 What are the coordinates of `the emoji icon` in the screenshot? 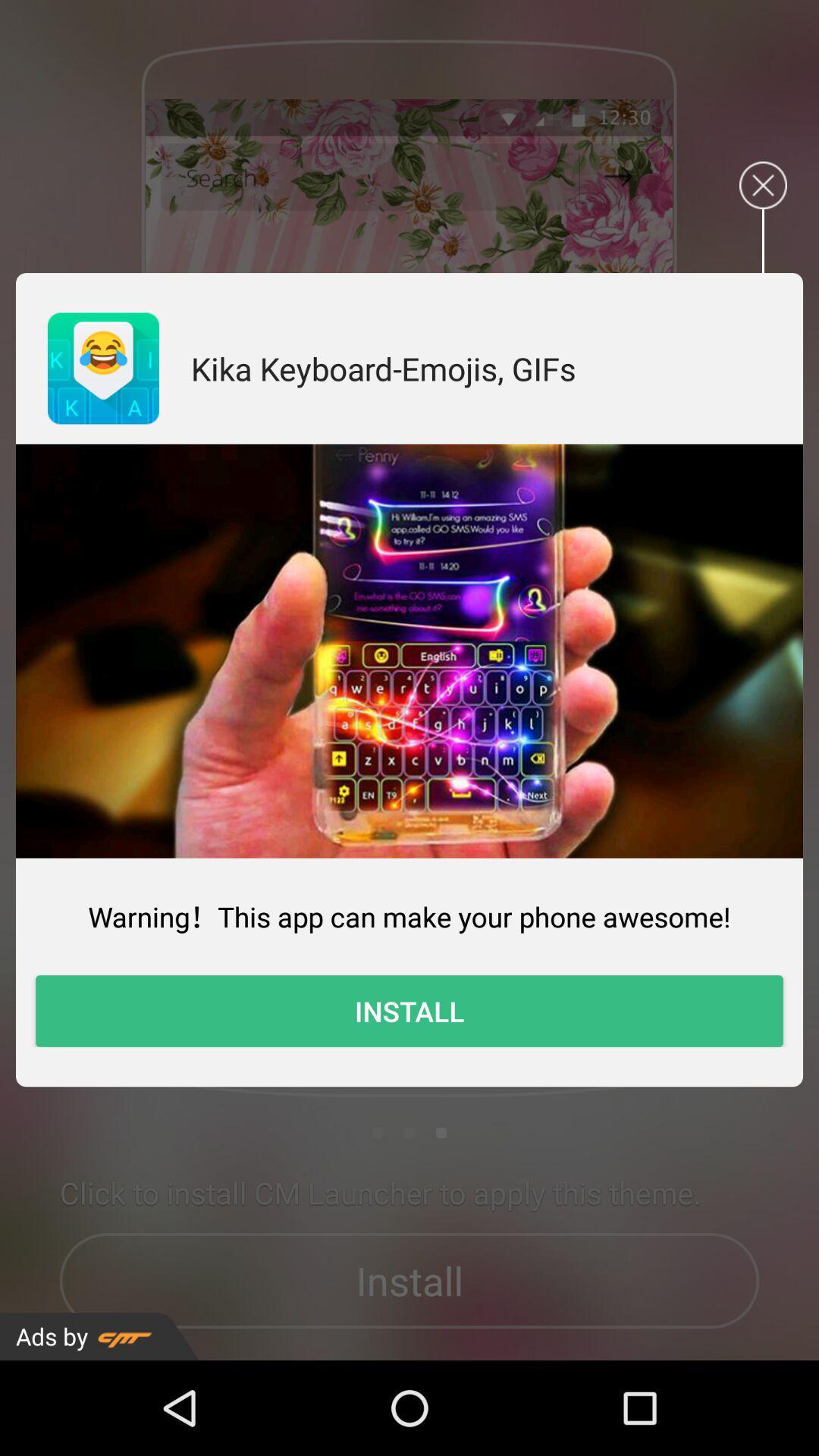 It's located at (102, 394).